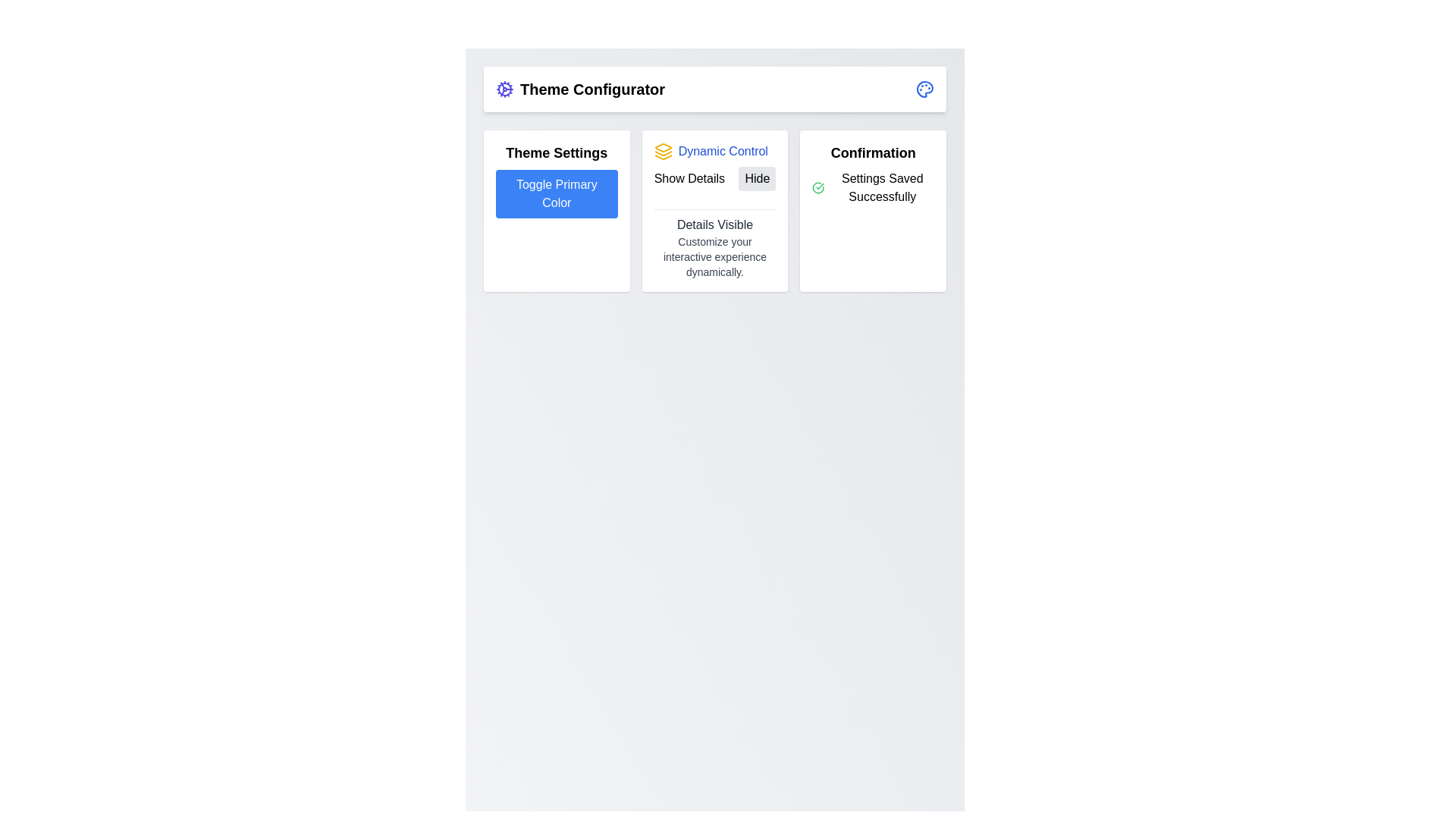  What do you see at coordinates (505, 89) in the screenshot?
I see `the cogwheel icon representing settings or configuration options, located towards the top-left of the interface, adjacent to the 'Theme Configurator' title` at bounding box center [505, 89].